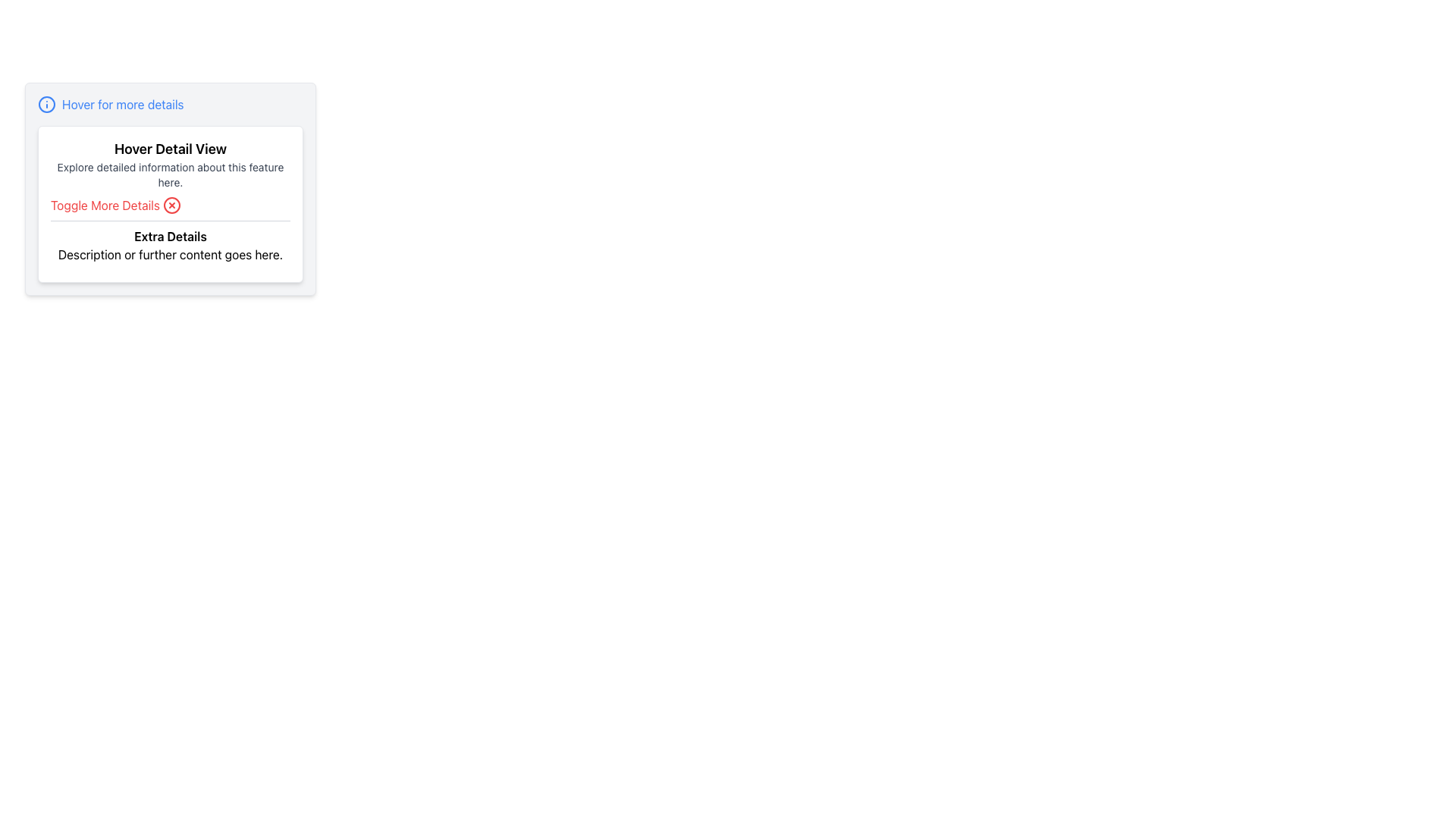 This screenshot has height=819, width=1456. I want to click on the label that reads 'Hover for more details', which is styled in blue and positioned next to a circular information icon, so click(171, 104).